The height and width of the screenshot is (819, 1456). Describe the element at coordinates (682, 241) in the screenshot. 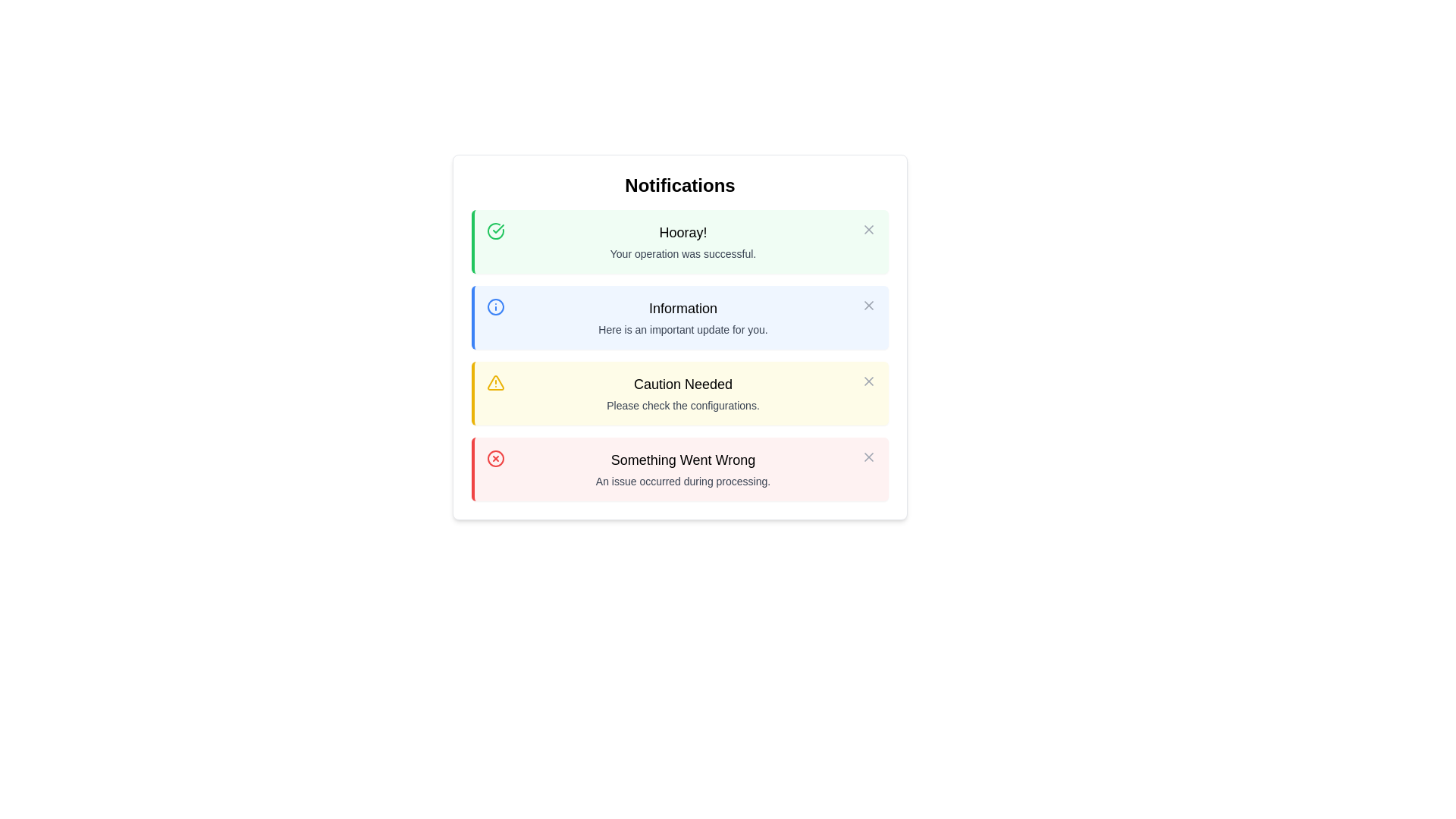

I see `the text display area that shows 'Hooray!' in bold green font and 'Your operation was successful.' in a smaller font, located at the top of a green notification card in a popup modal` at that location.